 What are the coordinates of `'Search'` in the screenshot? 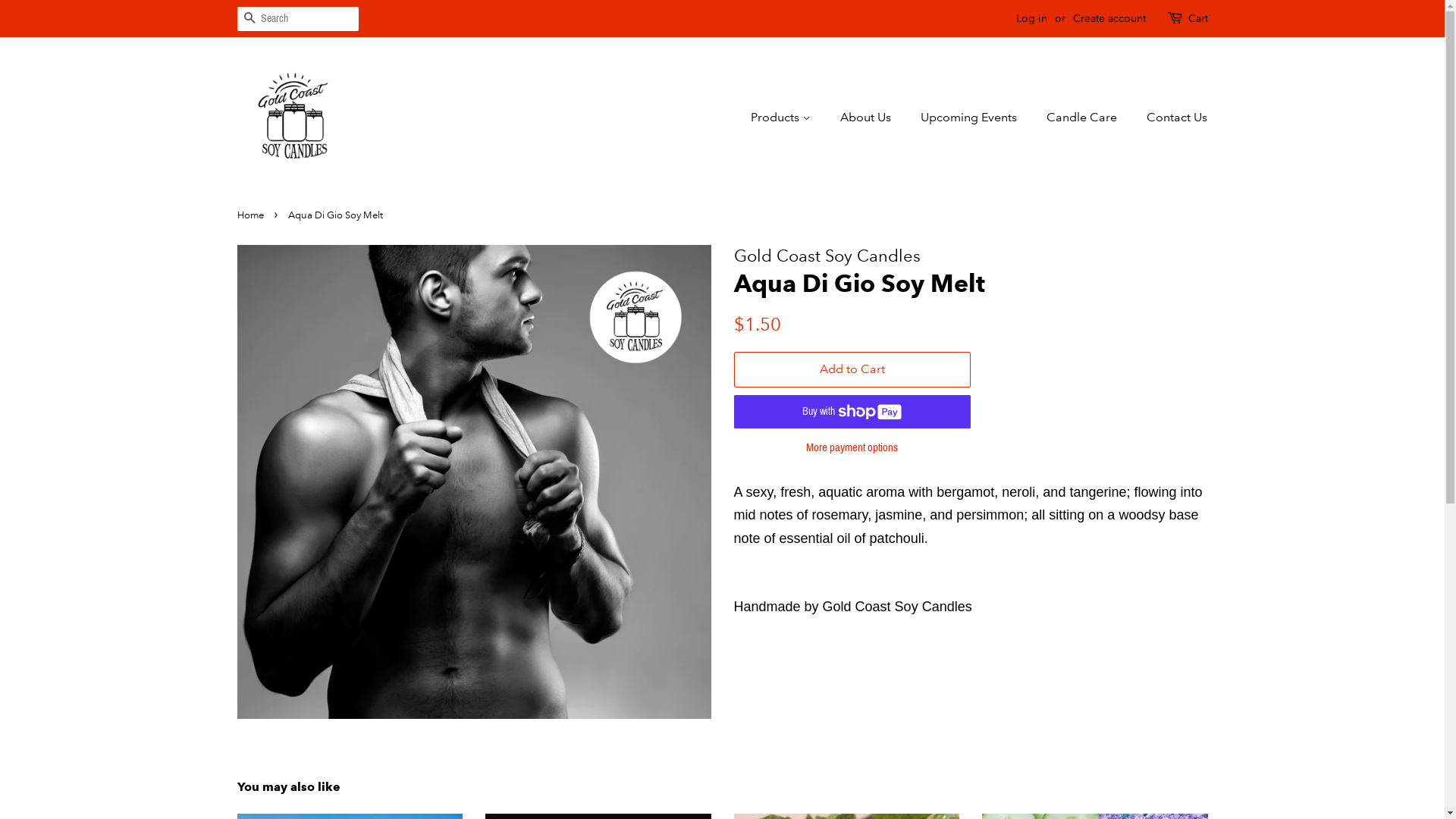 It's located at (248, 19).